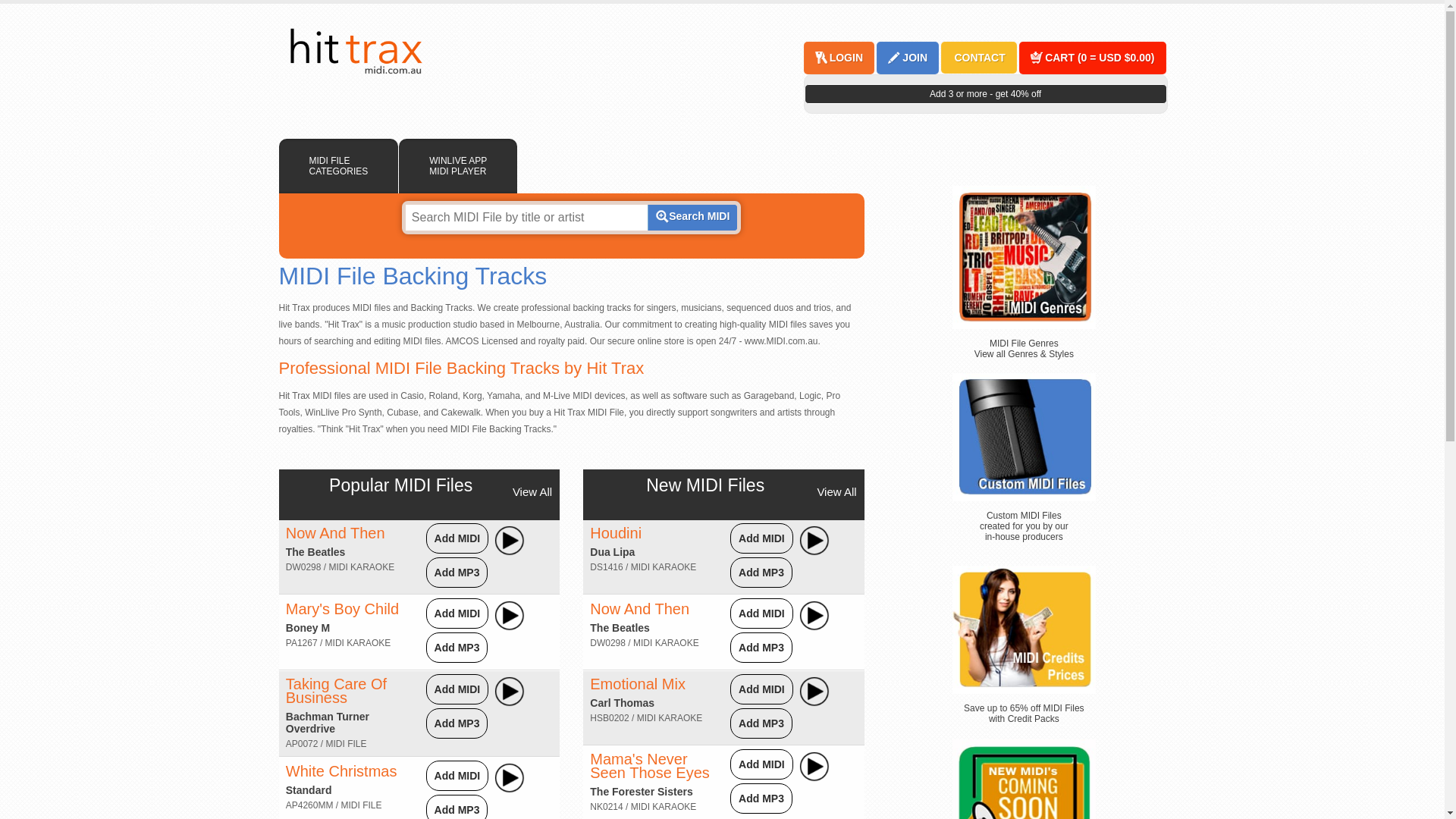 The image size is (1456, 819). Describe the element at coordinates (612, 552) in the screenshot. I see `'Dua Lipa'` at that location.